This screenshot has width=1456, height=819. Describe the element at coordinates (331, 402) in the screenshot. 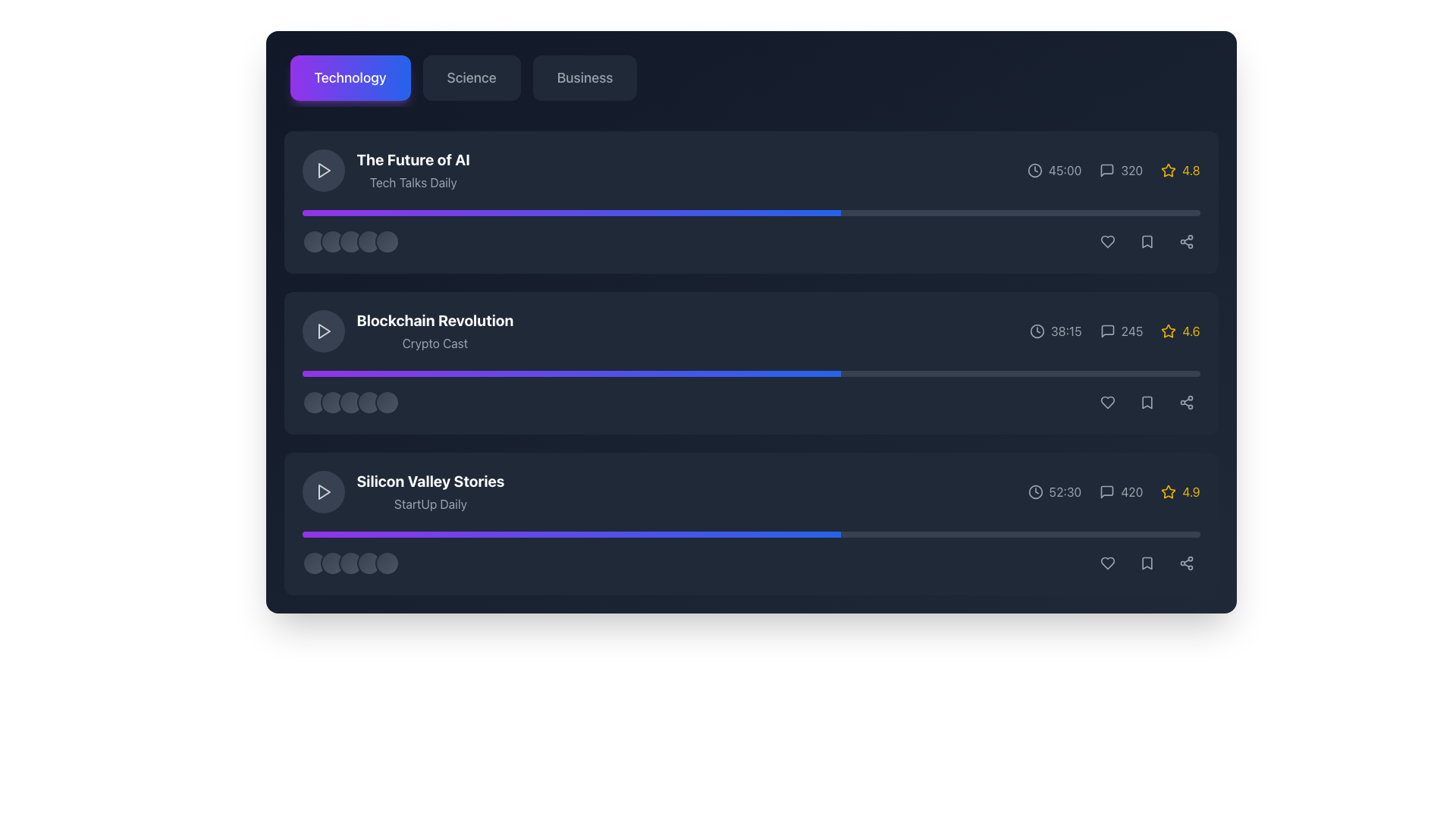

I see `the second circle icon in the horizontal sequence located below the 'Blockchain Revolution' text and the purple progress bar` at that location.